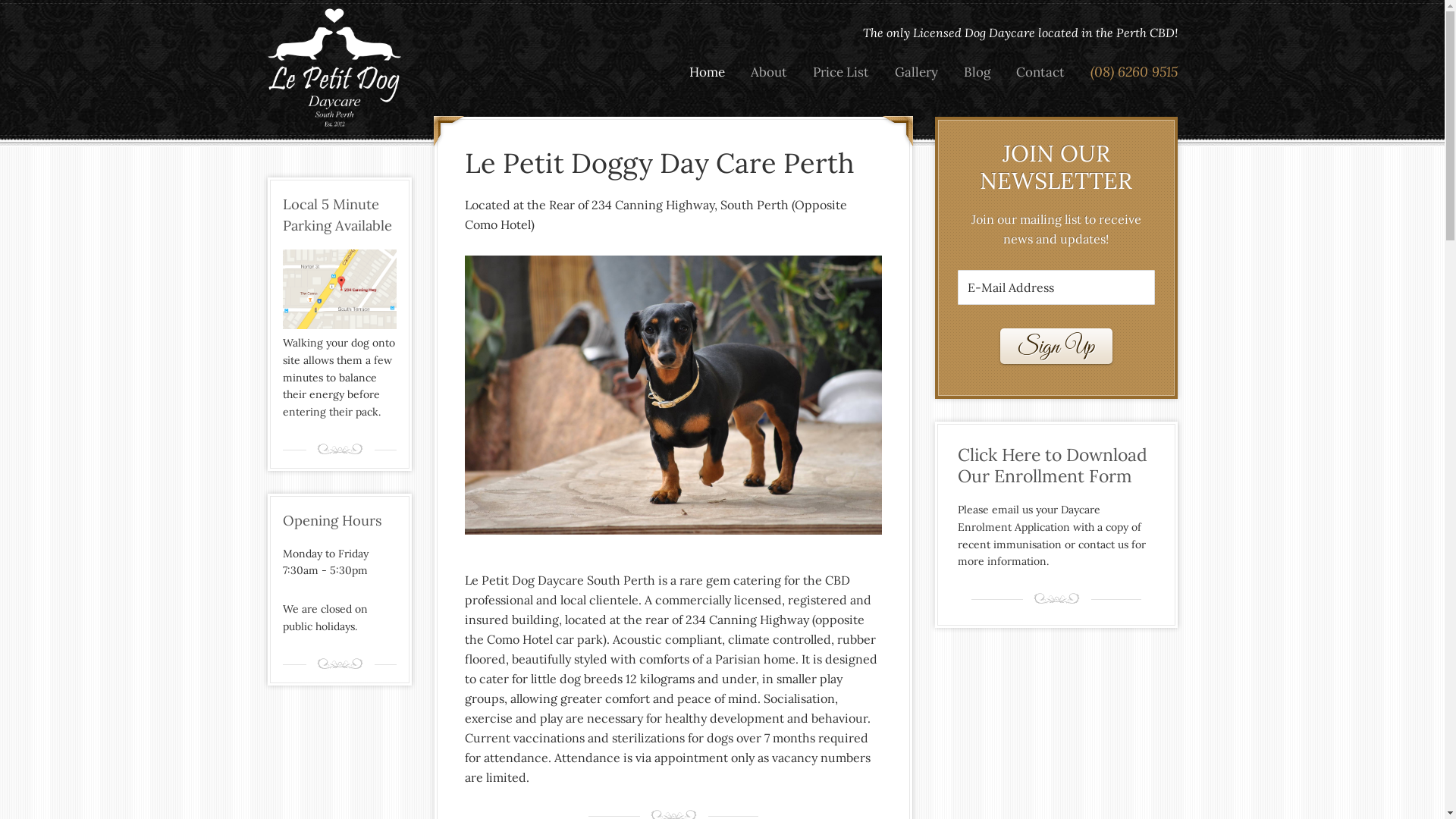 The height and width of the screenshot is (819, 1456). I want to click on 'Home', so click(706, 72).